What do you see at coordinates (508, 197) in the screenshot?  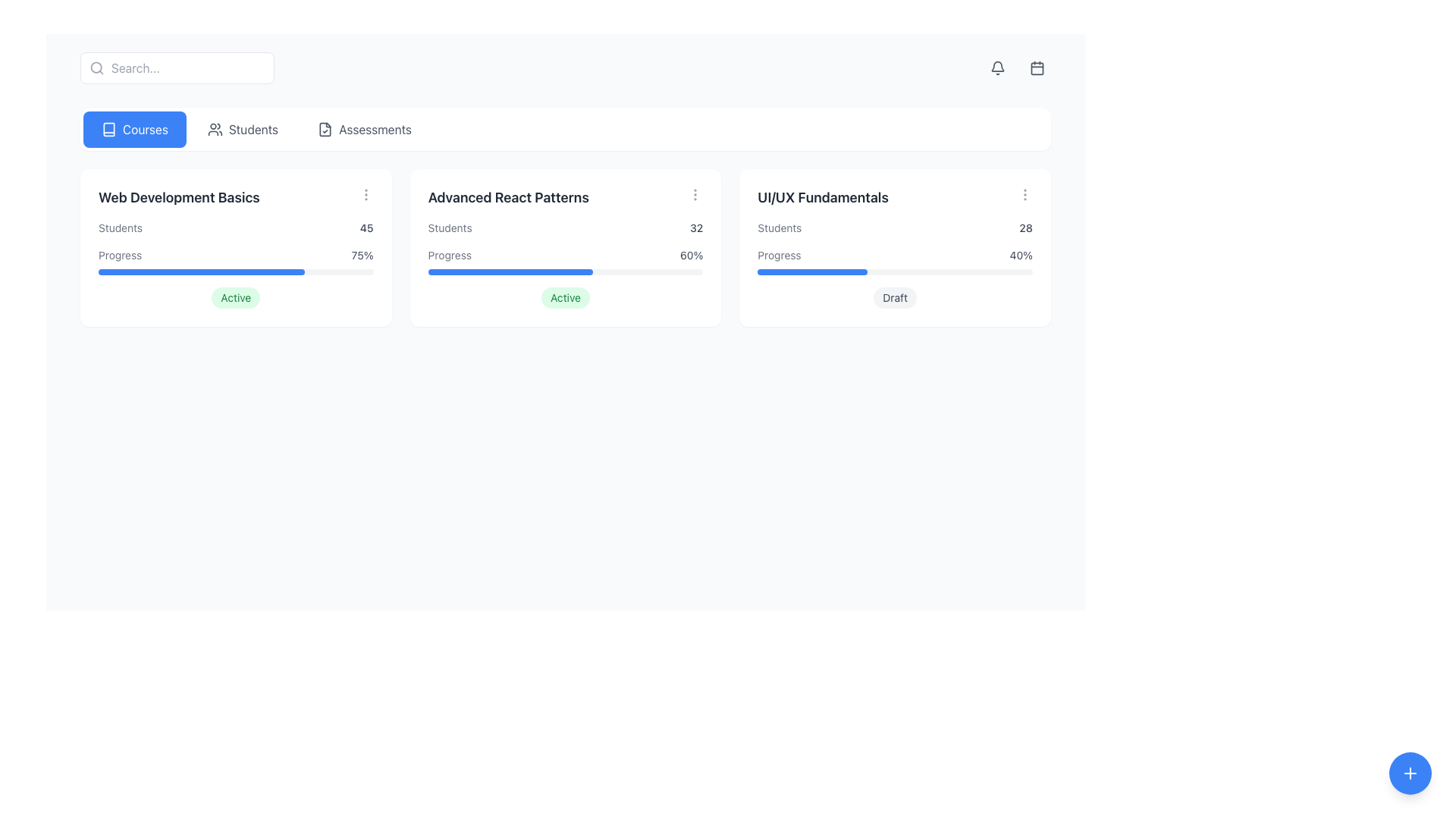 I see `text label located at the top of the middle card in a three-card row layout, which serves as a title or heading for the section below` at bounding box center [508, 197].